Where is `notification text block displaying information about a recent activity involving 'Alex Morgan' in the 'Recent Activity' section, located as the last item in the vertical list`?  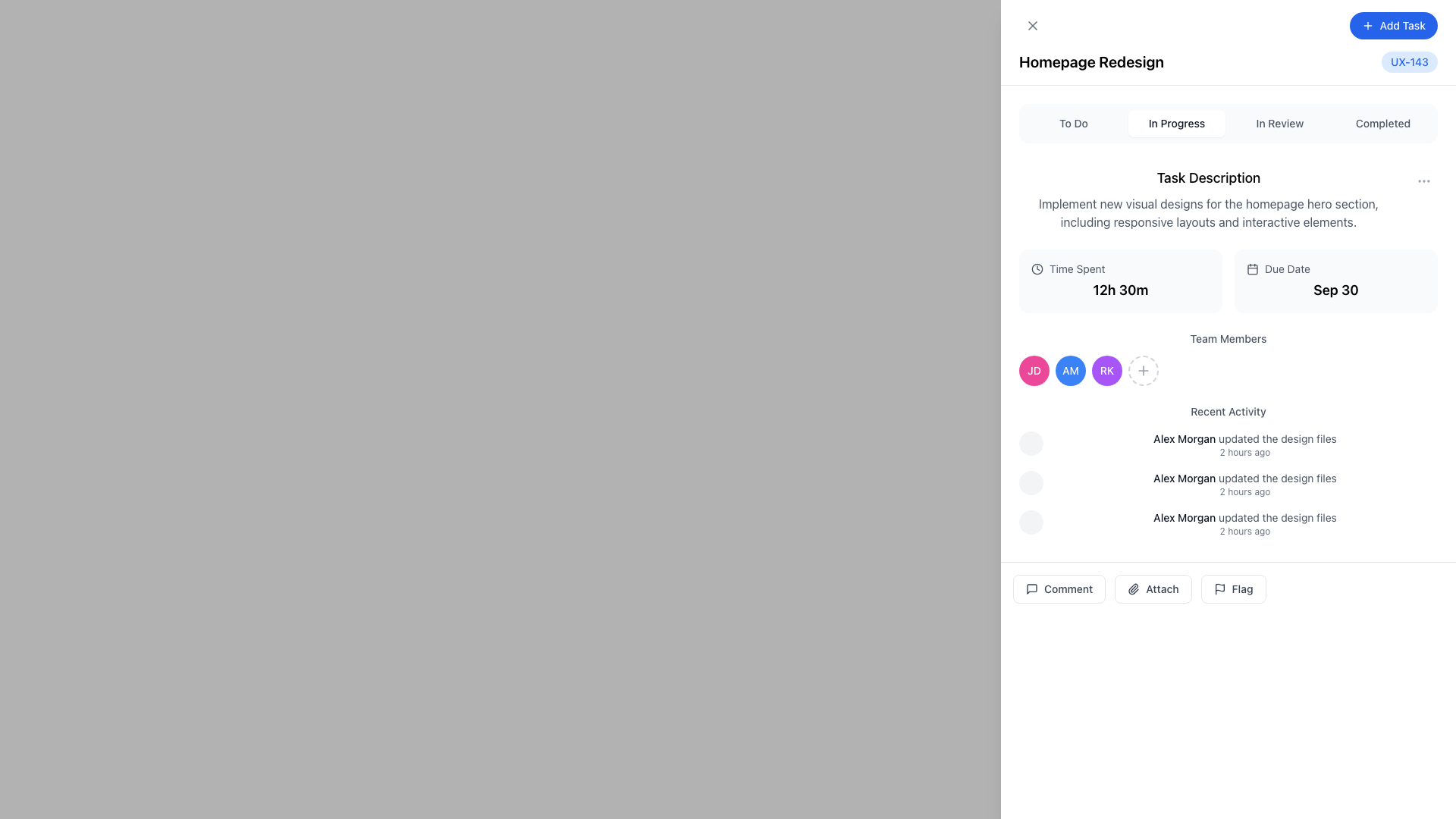
notification text block displaying information about a recent activity involving 'Alex Morgan' in the 'Recent Activity' section, located as the last item in the vertical list is located at coordinates (1244, 522).